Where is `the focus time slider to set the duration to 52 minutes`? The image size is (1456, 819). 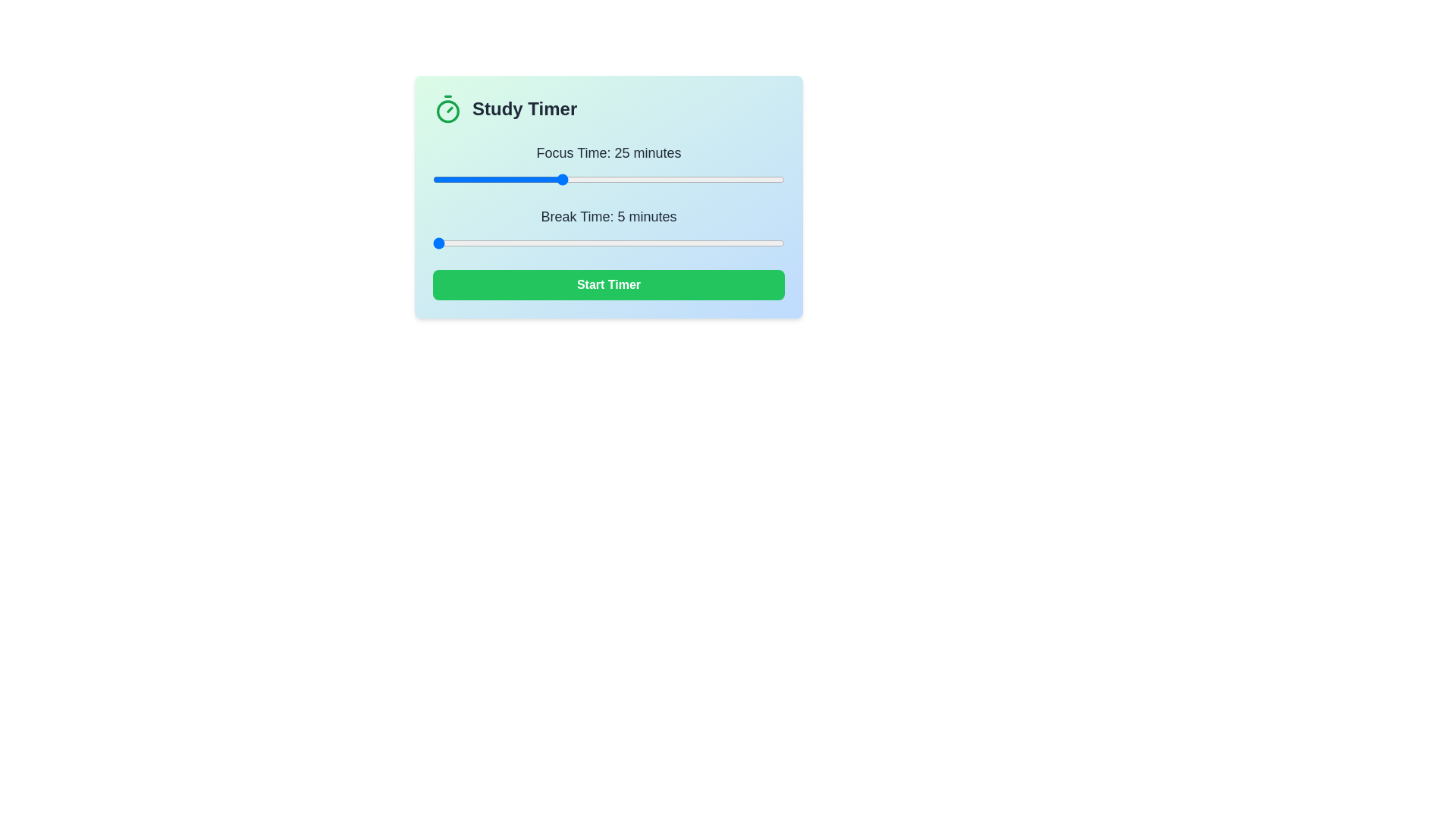 the focus time slider to set the duration to 52 minutes is located at coordinates (733, 178).